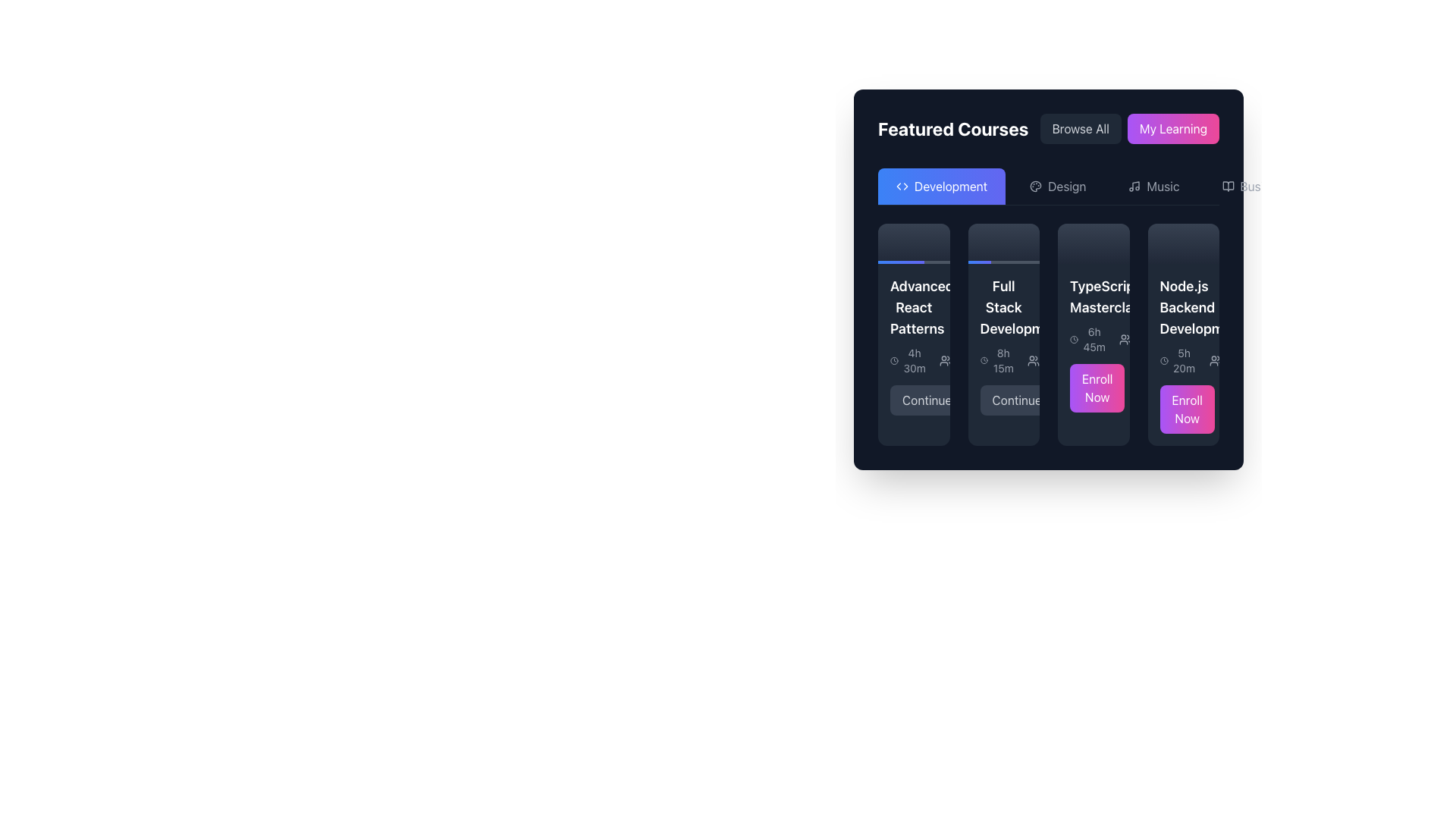  I want to click on the star SVG icon located in the 'Featured Courses' section below the course duration text of 'Full Stack Development', so click(999, 360).